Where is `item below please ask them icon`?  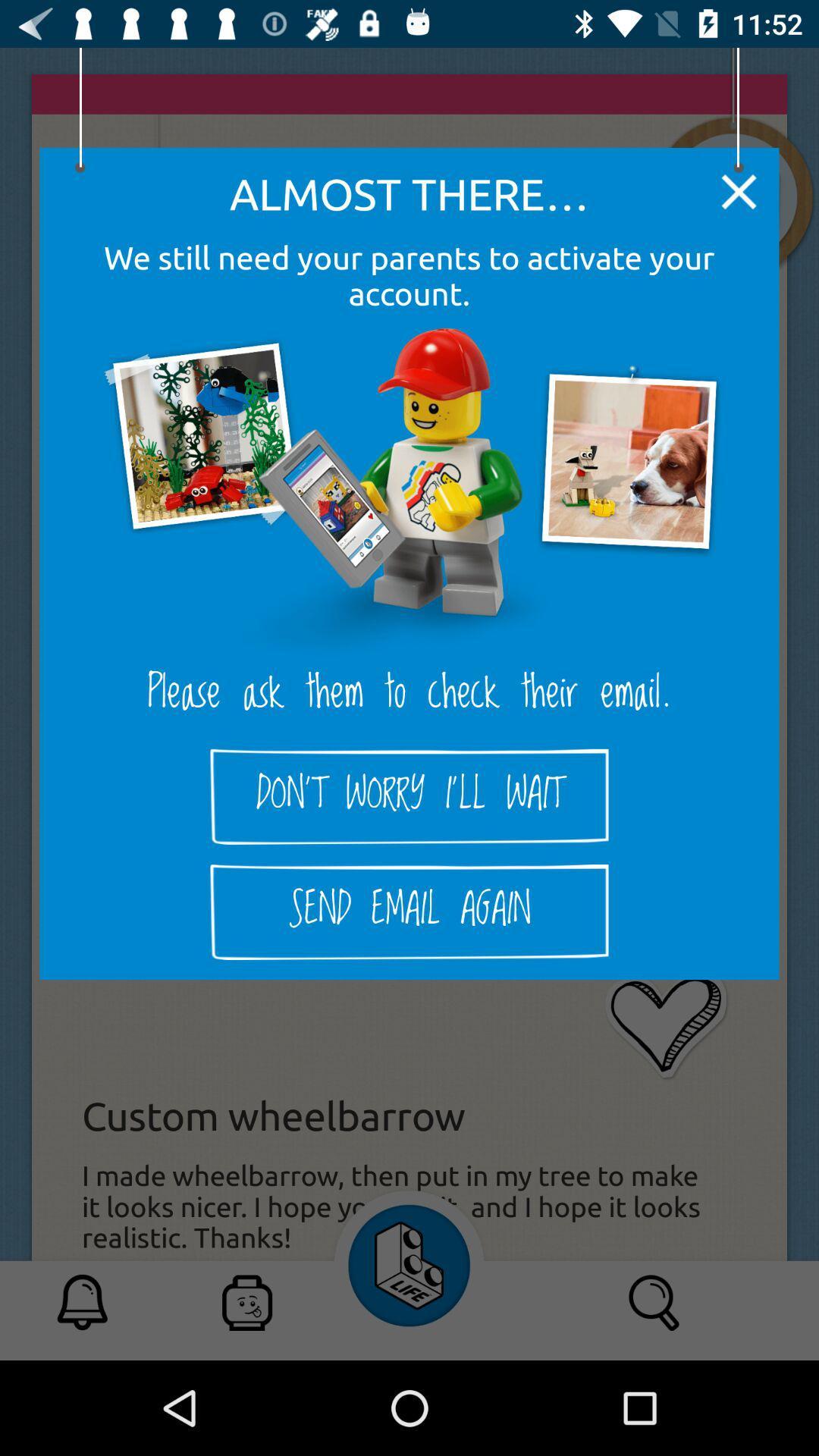
item below please ask them icon is located at coordinates (409, 795).